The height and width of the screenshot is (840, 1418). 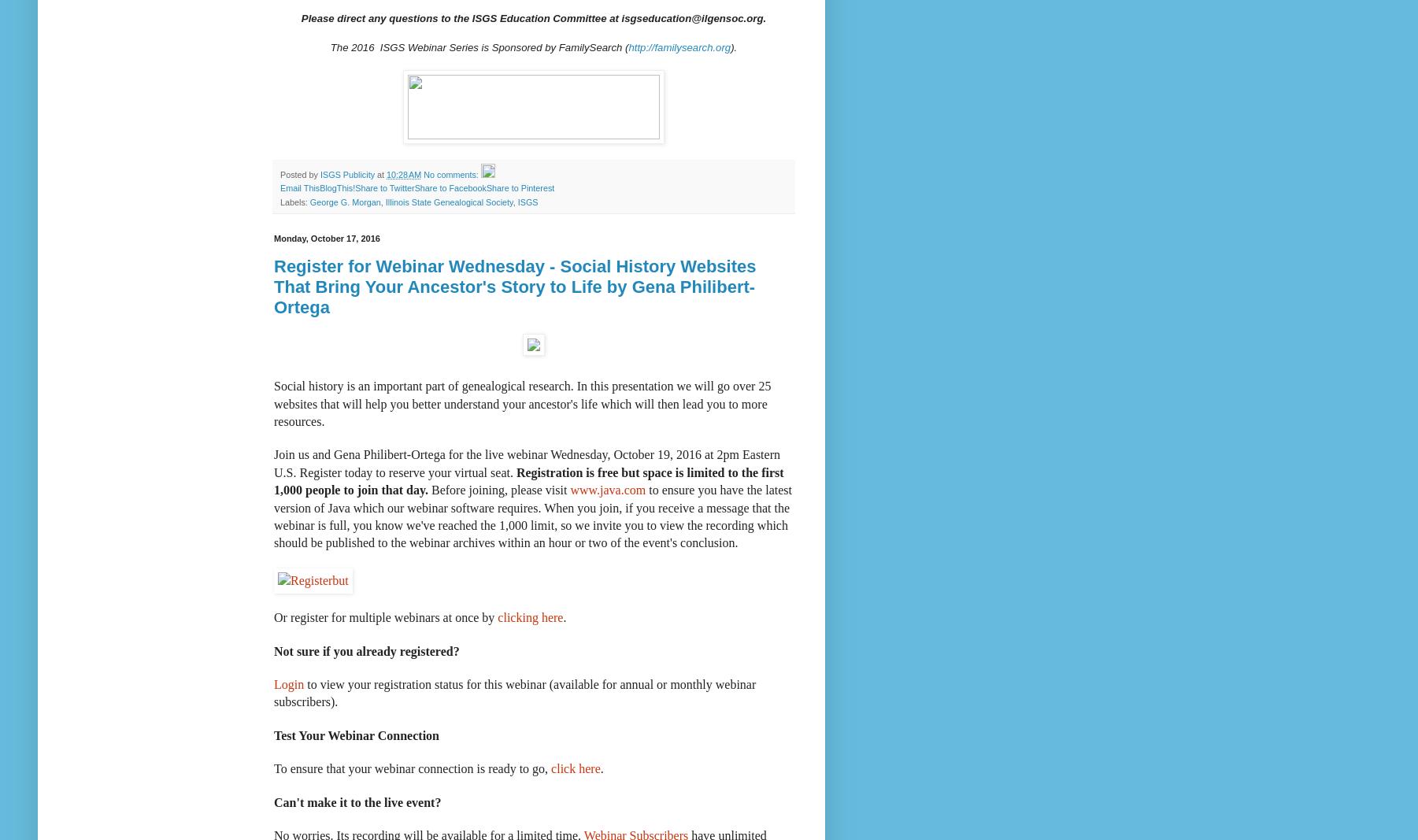 What do you see at coordinates (385, 175) in the screenshot?
I see `'10:28 AM'` at bounding box center [385, 175].